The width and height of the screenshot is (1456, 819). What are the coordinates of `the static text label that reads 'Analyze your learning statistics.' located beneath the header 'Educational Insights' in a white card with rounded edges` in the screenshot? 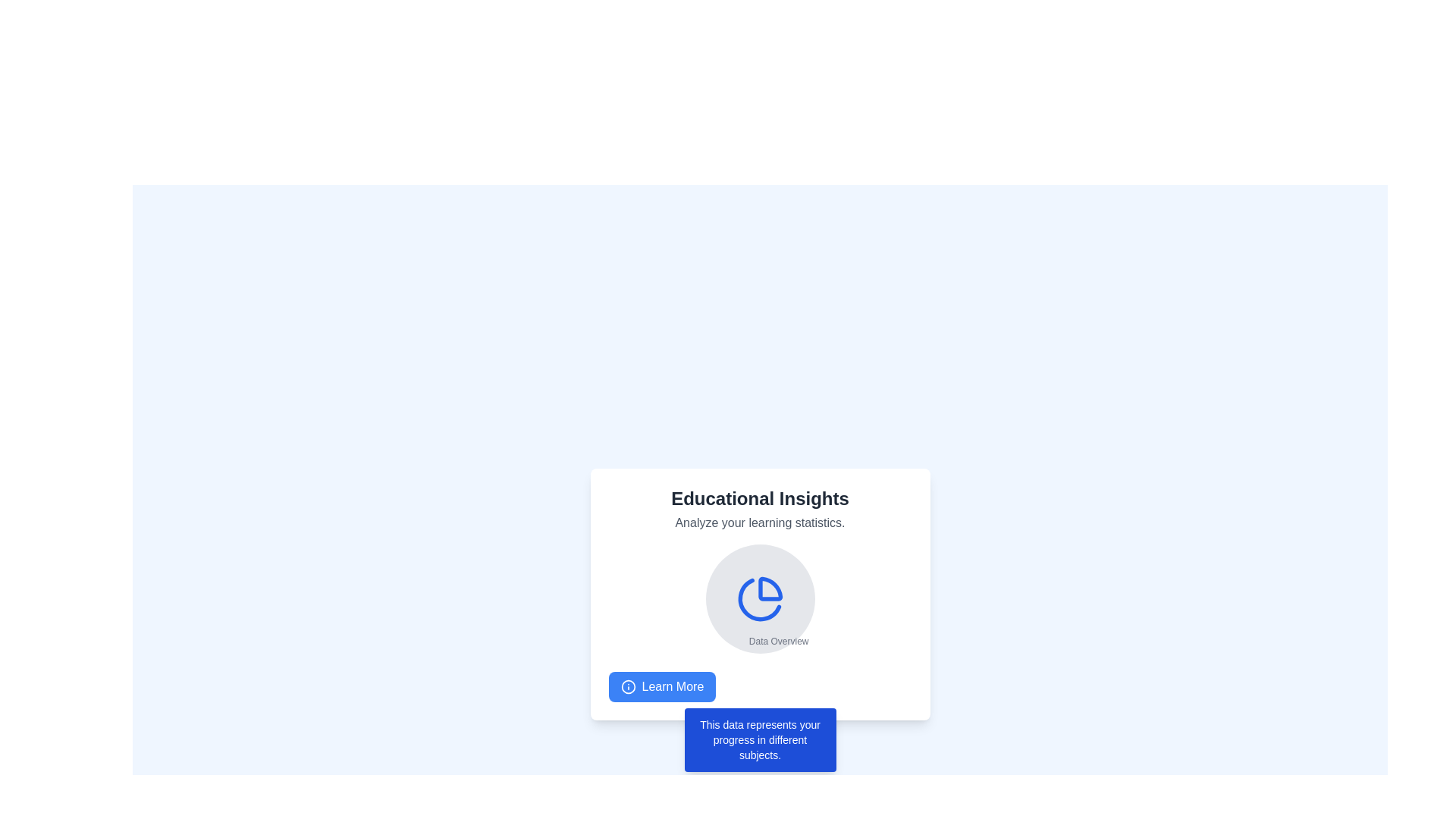 It's located at (760, 522).